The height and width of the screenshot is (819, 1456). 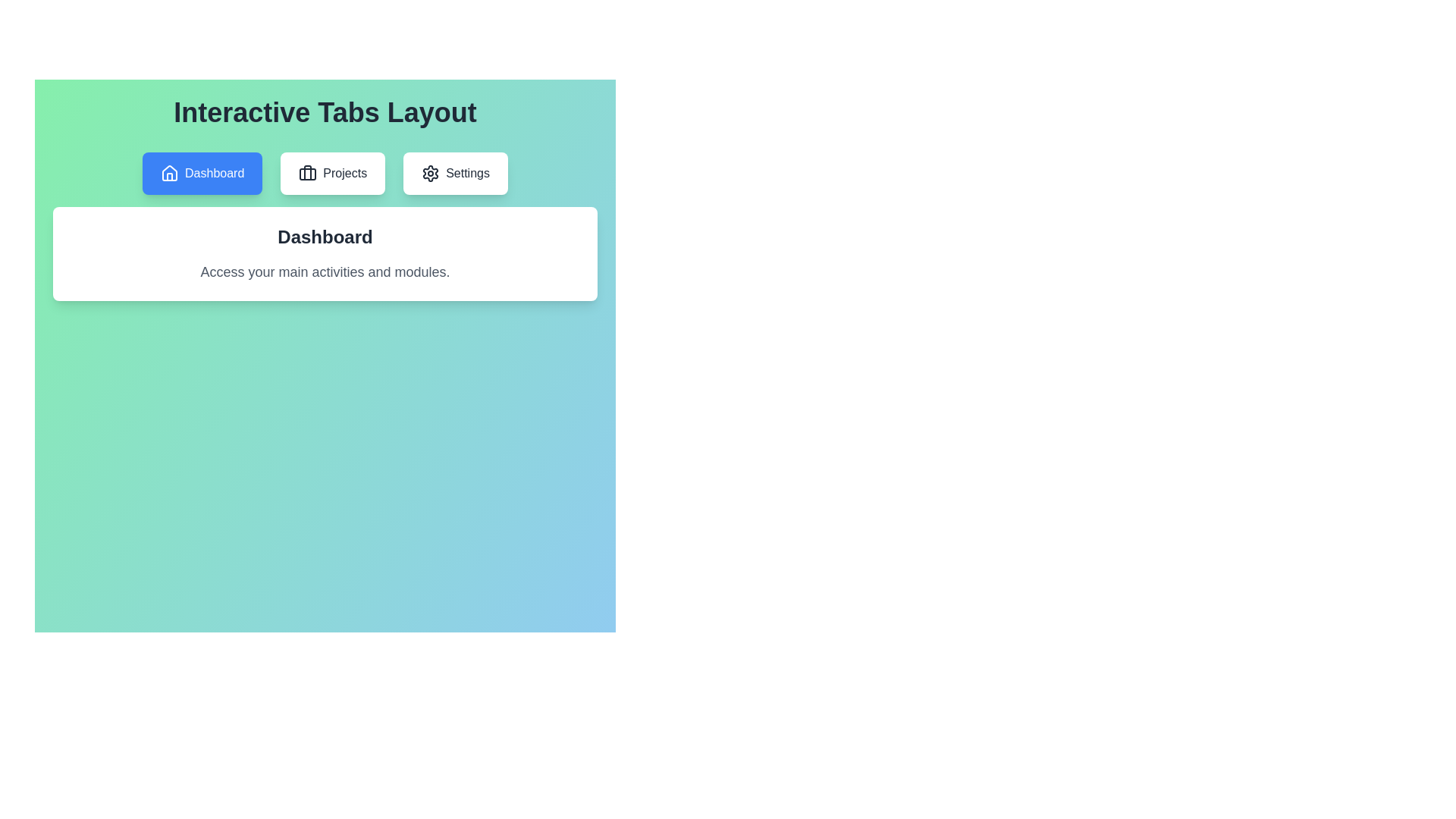 What do you see at coordinates (454, 172) in the screenshot?
I see `the tab labeled Settings to observe its hover effect` at bounding box center [454, 172].